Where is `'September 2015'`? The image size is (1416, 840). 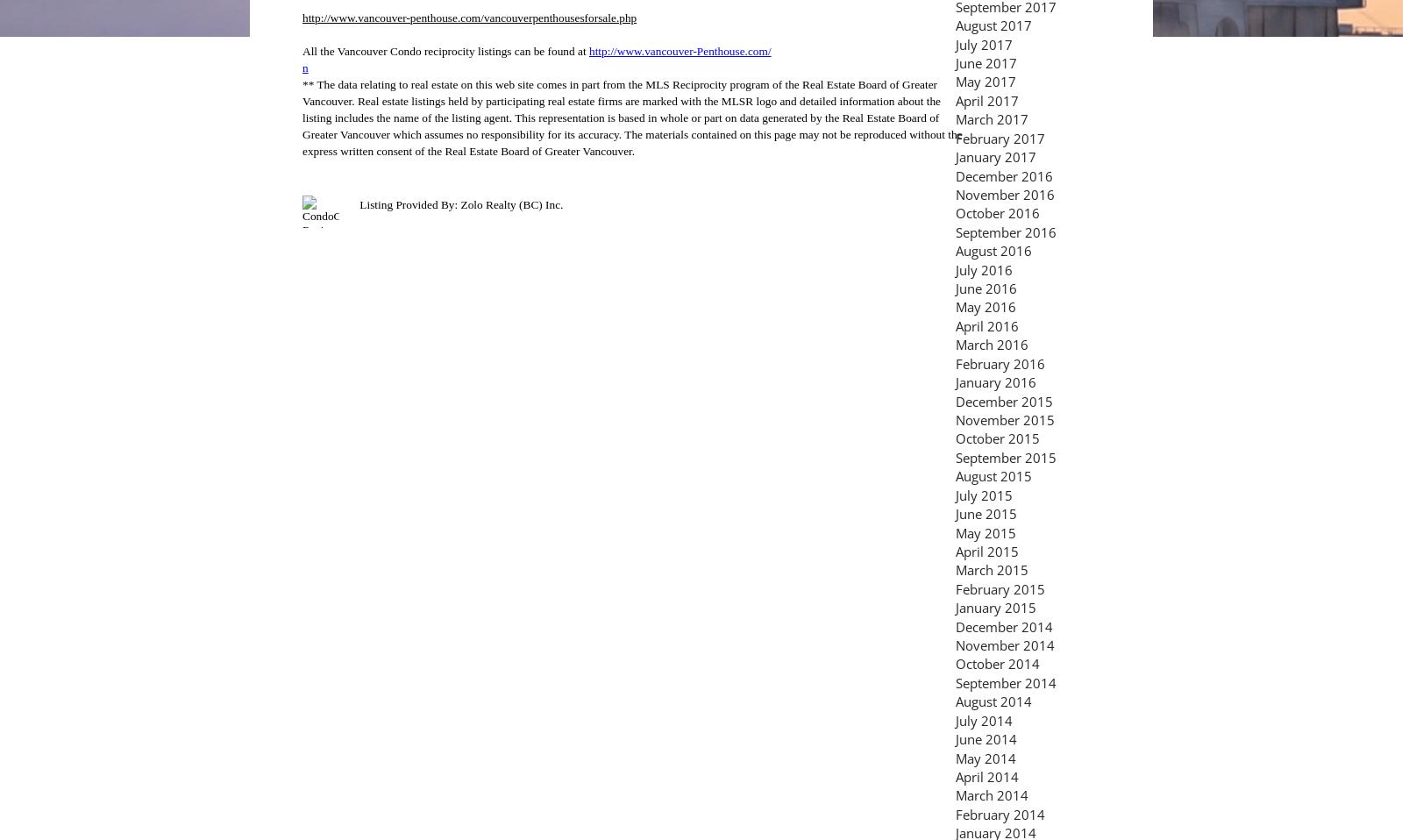 'September 2015' is located at coordinates (955, 455).